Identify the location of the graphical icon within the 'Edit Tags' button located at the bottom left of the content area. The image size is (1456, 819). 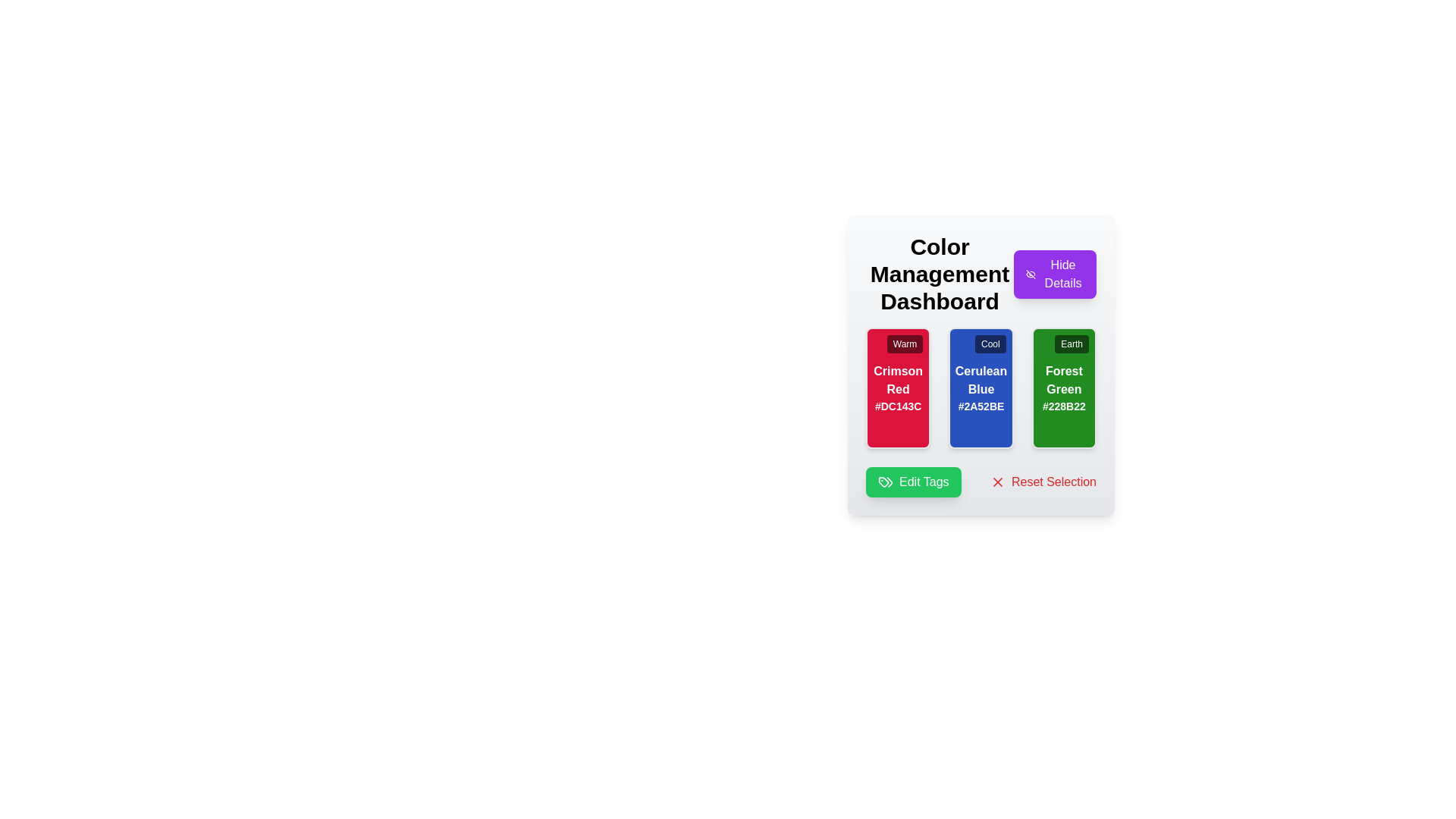
(883, 482).